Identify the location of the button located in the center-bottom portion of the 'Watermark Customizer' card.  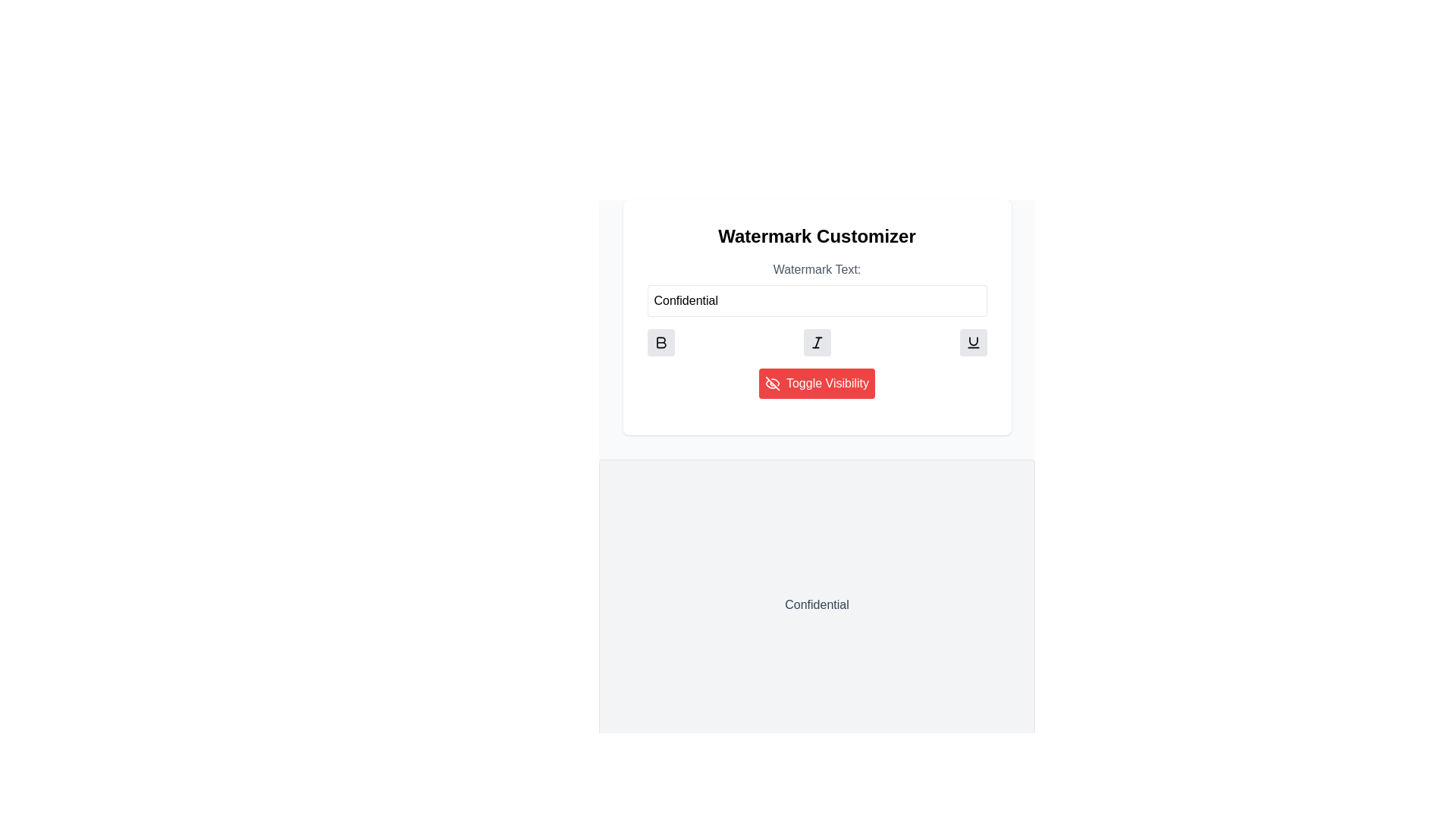
(816, 382).